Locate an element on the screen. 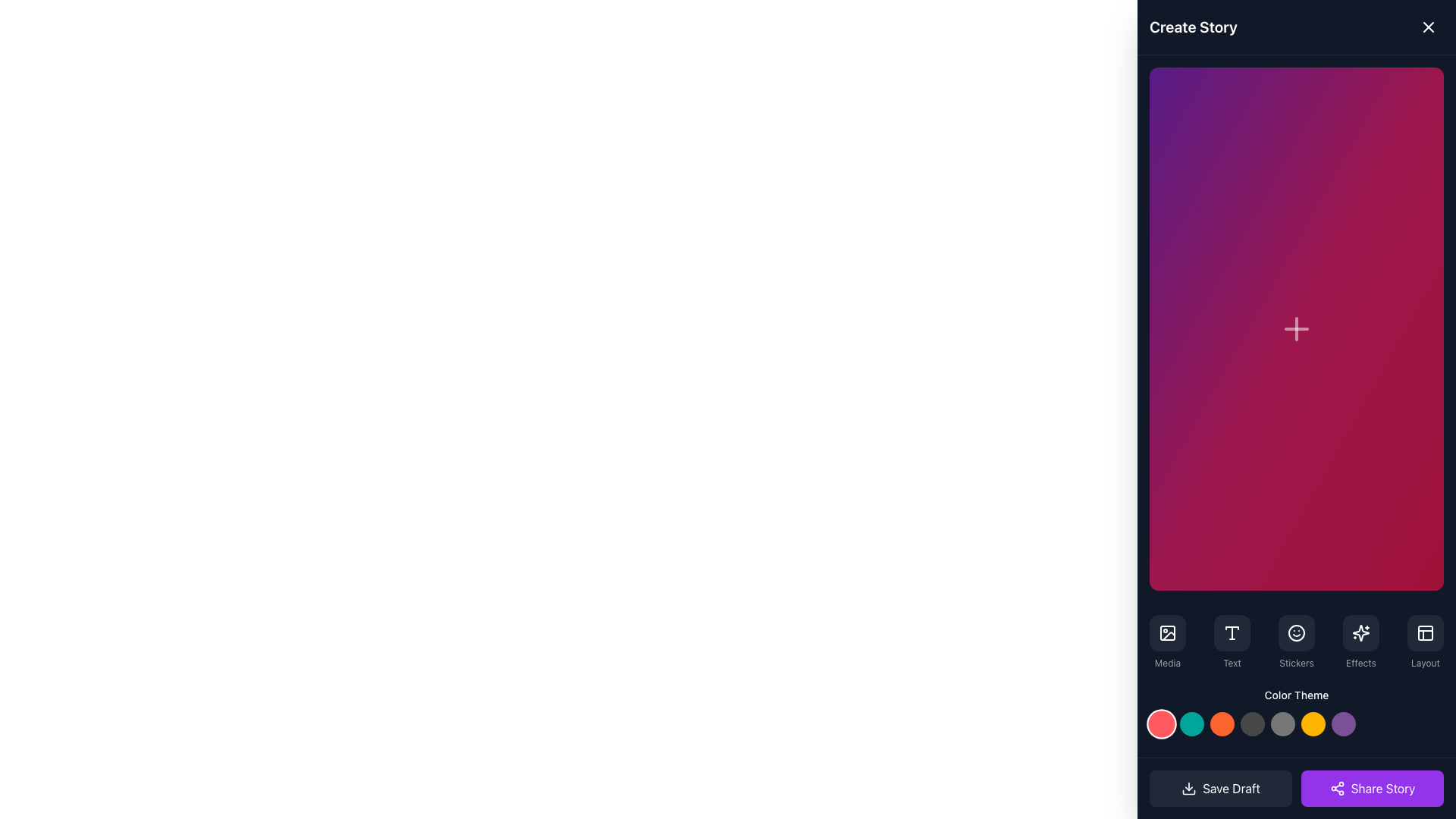 The image size is (1456, 819). the close button in the top-right corner of the 'Create Story' panel to trigger the hover effect is located at coordinates (1427, 27).